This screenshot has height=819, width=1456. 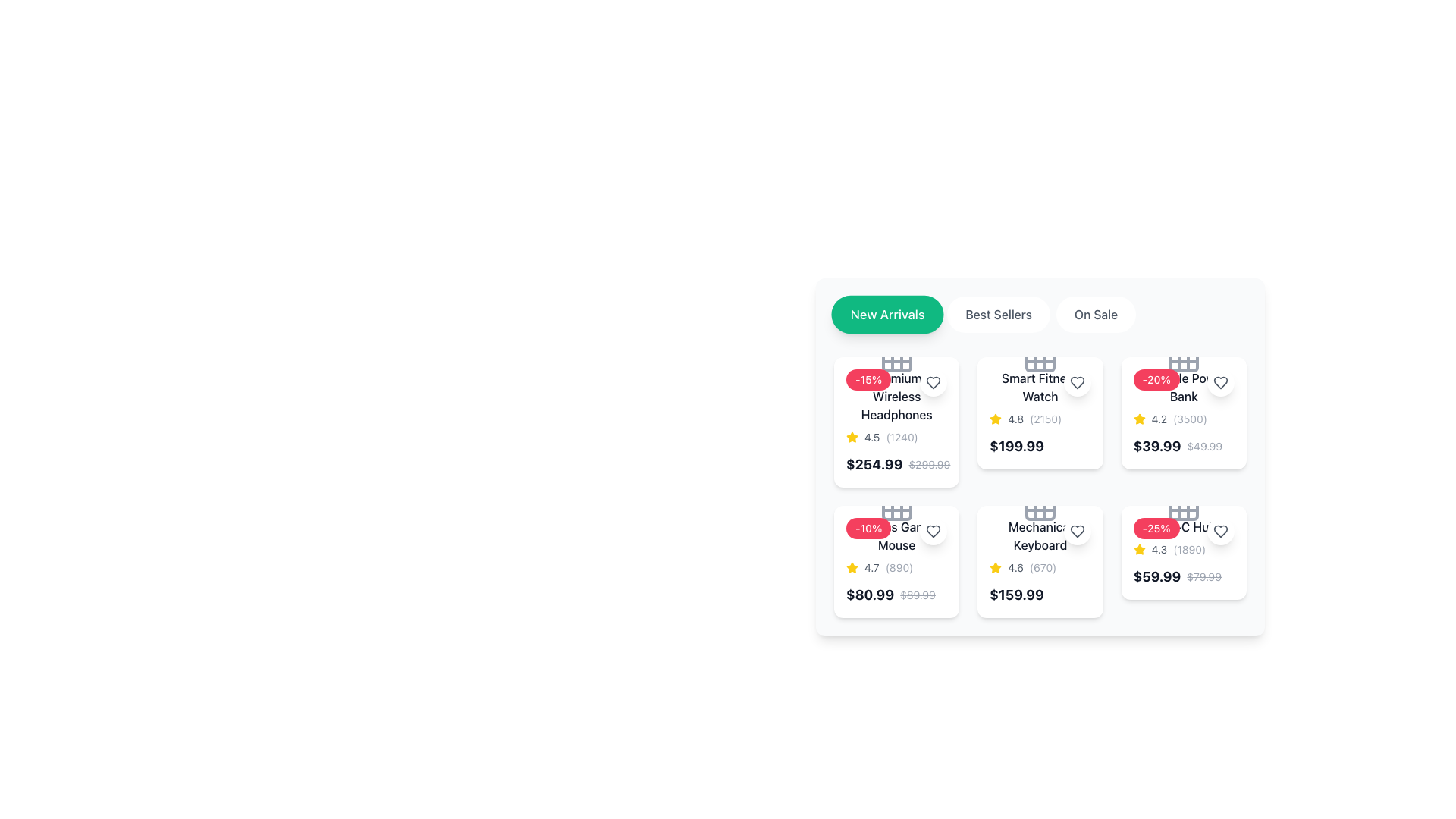 What do you see at coordinates (1176, 576) in the screenshot?
I see `price information displayed at the bottom-right corner of the product card for 'HC Hu', located below the product title and near the star rating` at bounding box center [1176, 576].